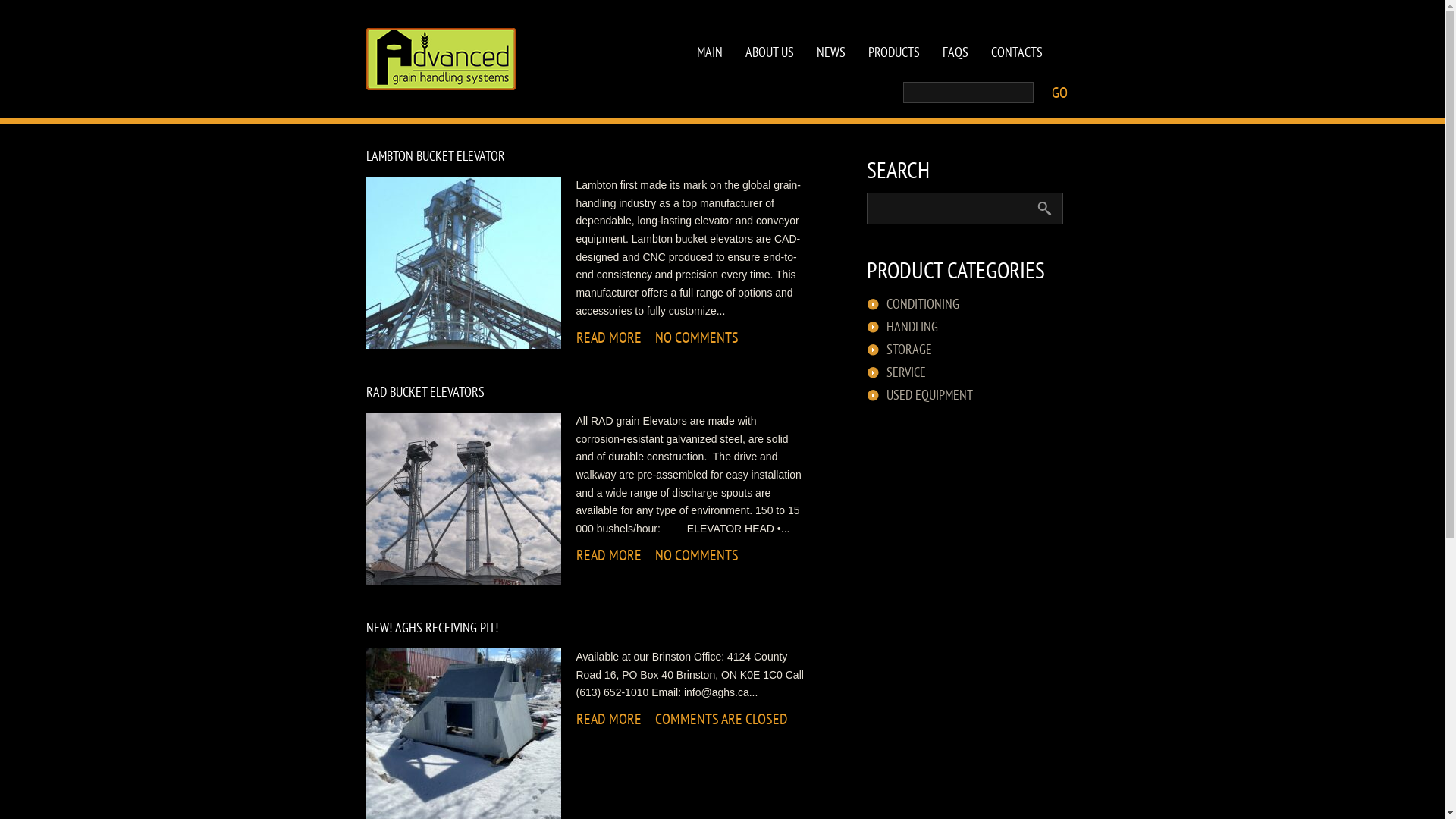  Describe the element at coordinates (910, 326) in the screenshot. I see `'HANDLING'` at that location.